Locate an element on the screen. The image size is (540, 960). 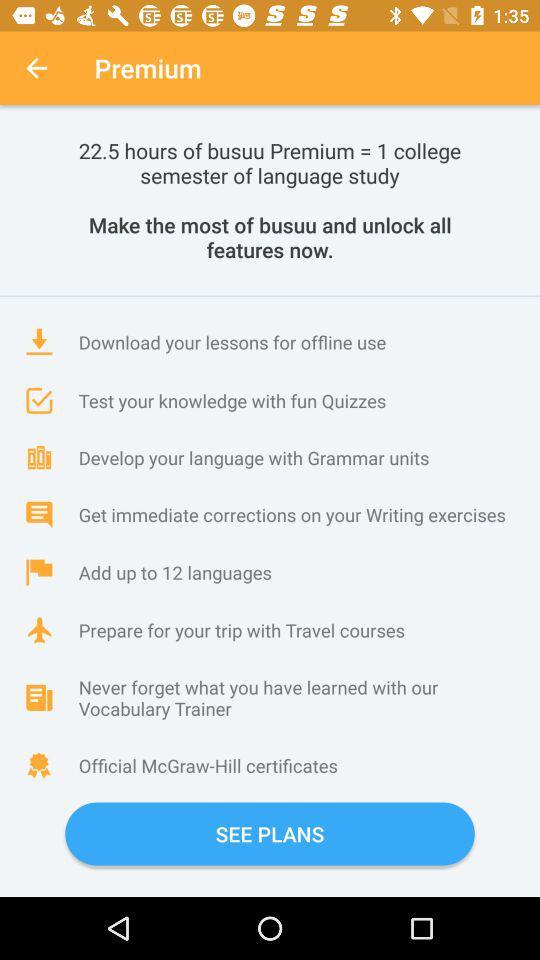
the app next to the premium item is located at coordinates (36, 68).